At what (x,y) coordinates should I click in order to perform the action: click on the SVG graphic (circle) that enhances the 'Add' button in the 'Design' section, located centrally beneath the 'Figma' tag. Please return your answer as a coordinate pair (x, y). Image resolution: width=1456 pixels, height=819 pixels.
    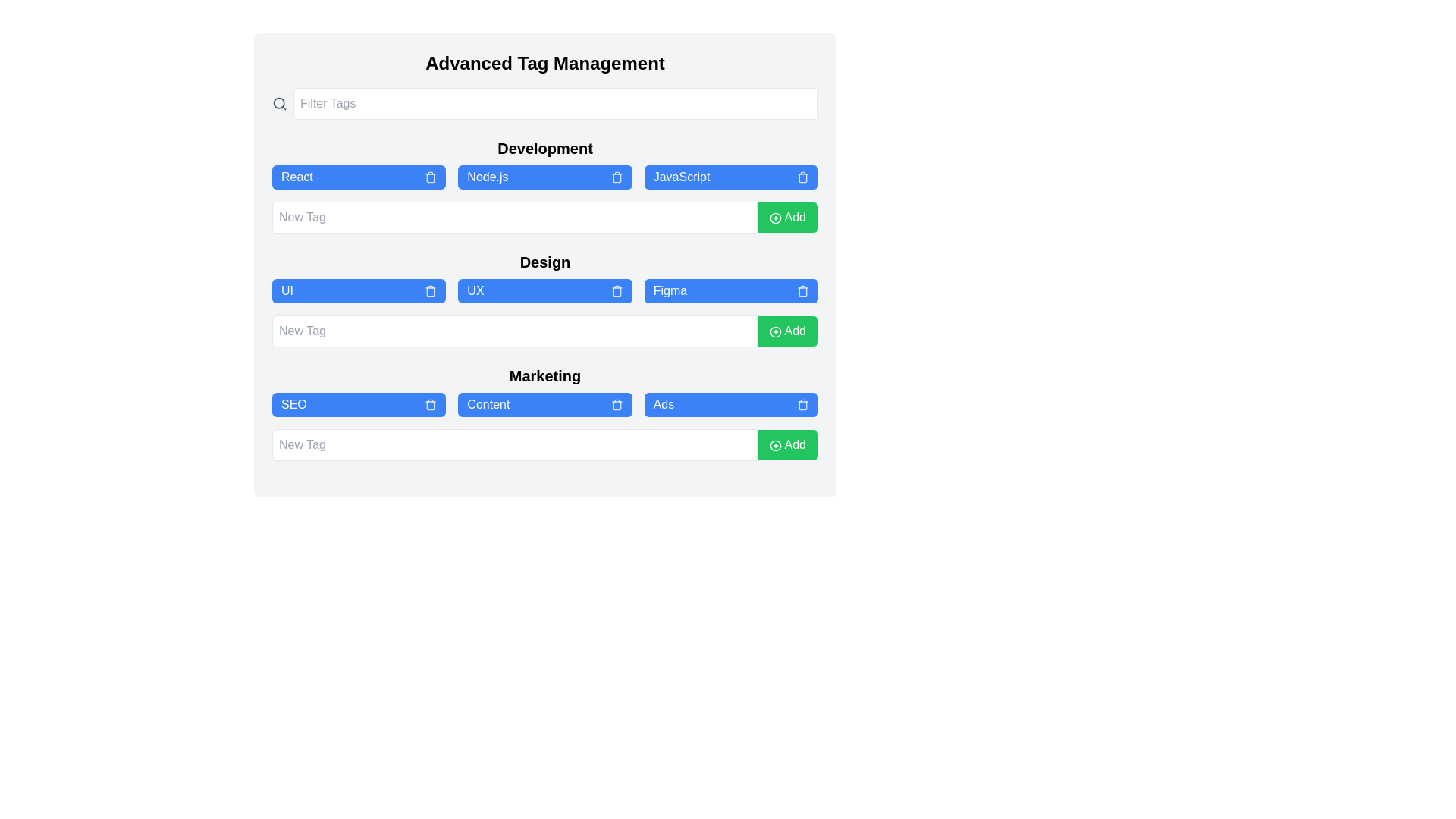
    Looking at the image, I should click on (775, 331).